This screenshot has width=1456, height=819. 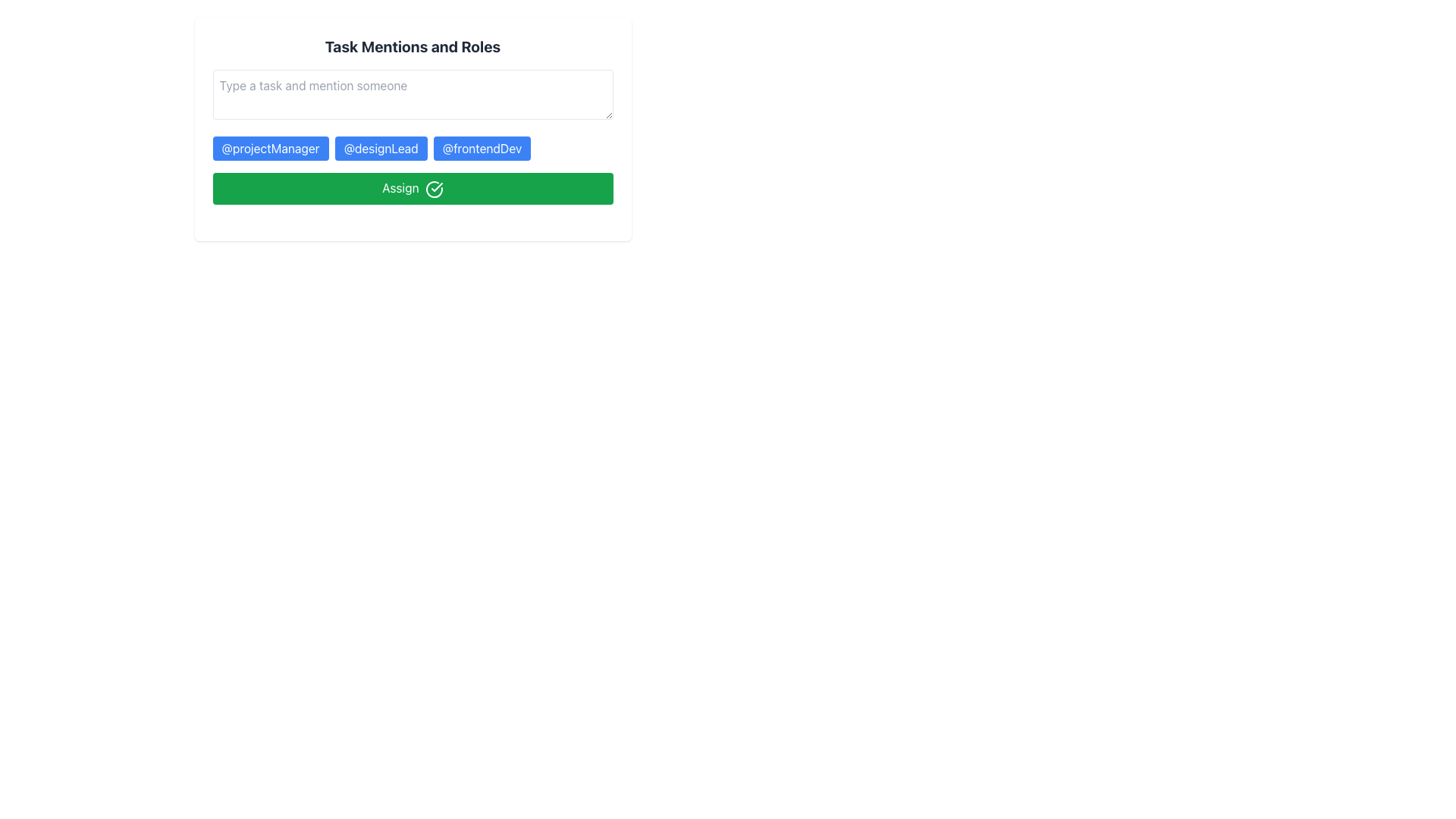 I want to click on the green circular button labeled 'Assign' which contains a check mark icon, so click(x=436, y=186).